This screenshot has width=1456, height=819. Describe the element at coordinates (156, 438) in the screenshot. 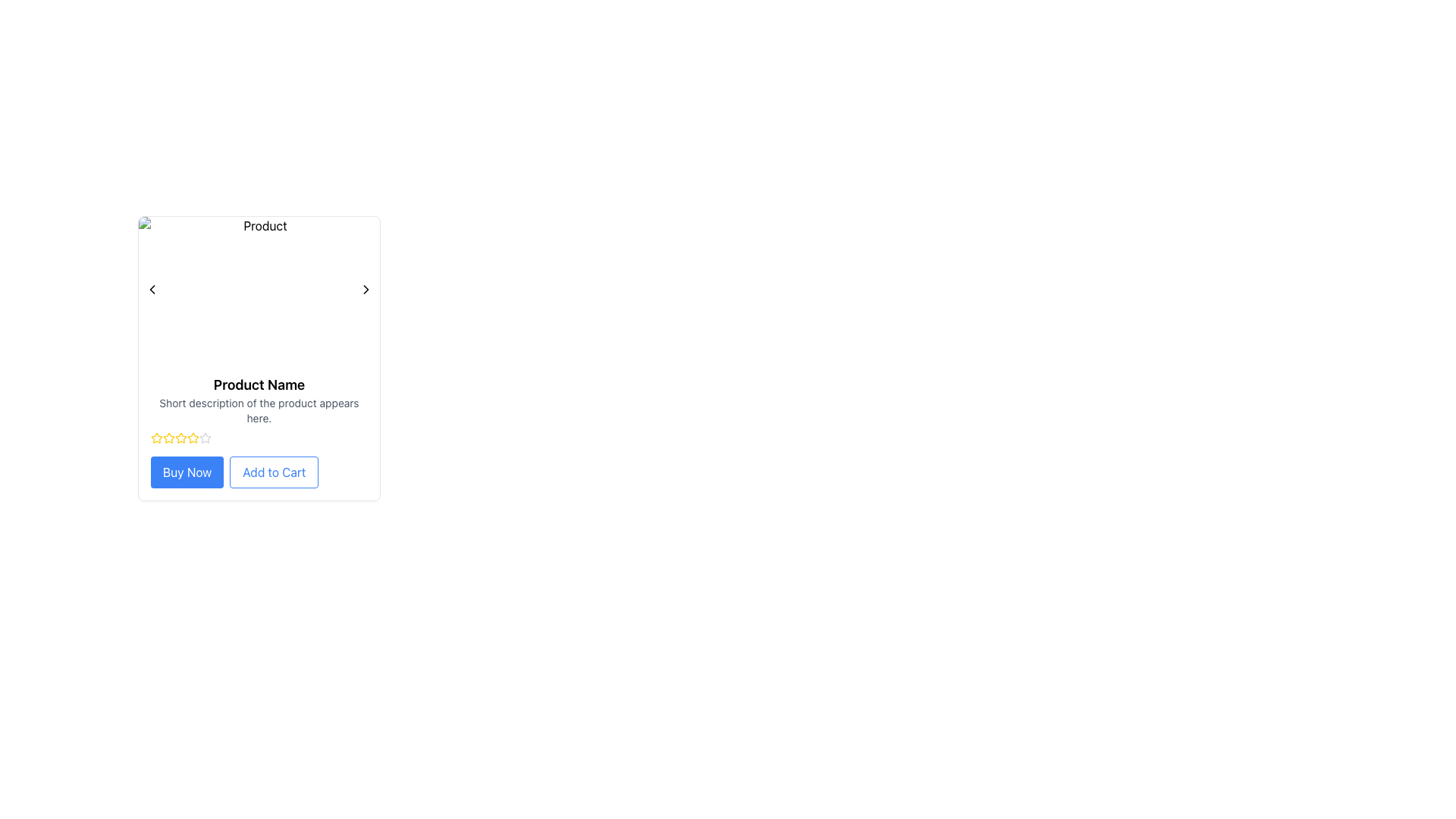

I see `the first star icon in the product rating scale, which visually represents the lowest rating in the sequence` at that location.